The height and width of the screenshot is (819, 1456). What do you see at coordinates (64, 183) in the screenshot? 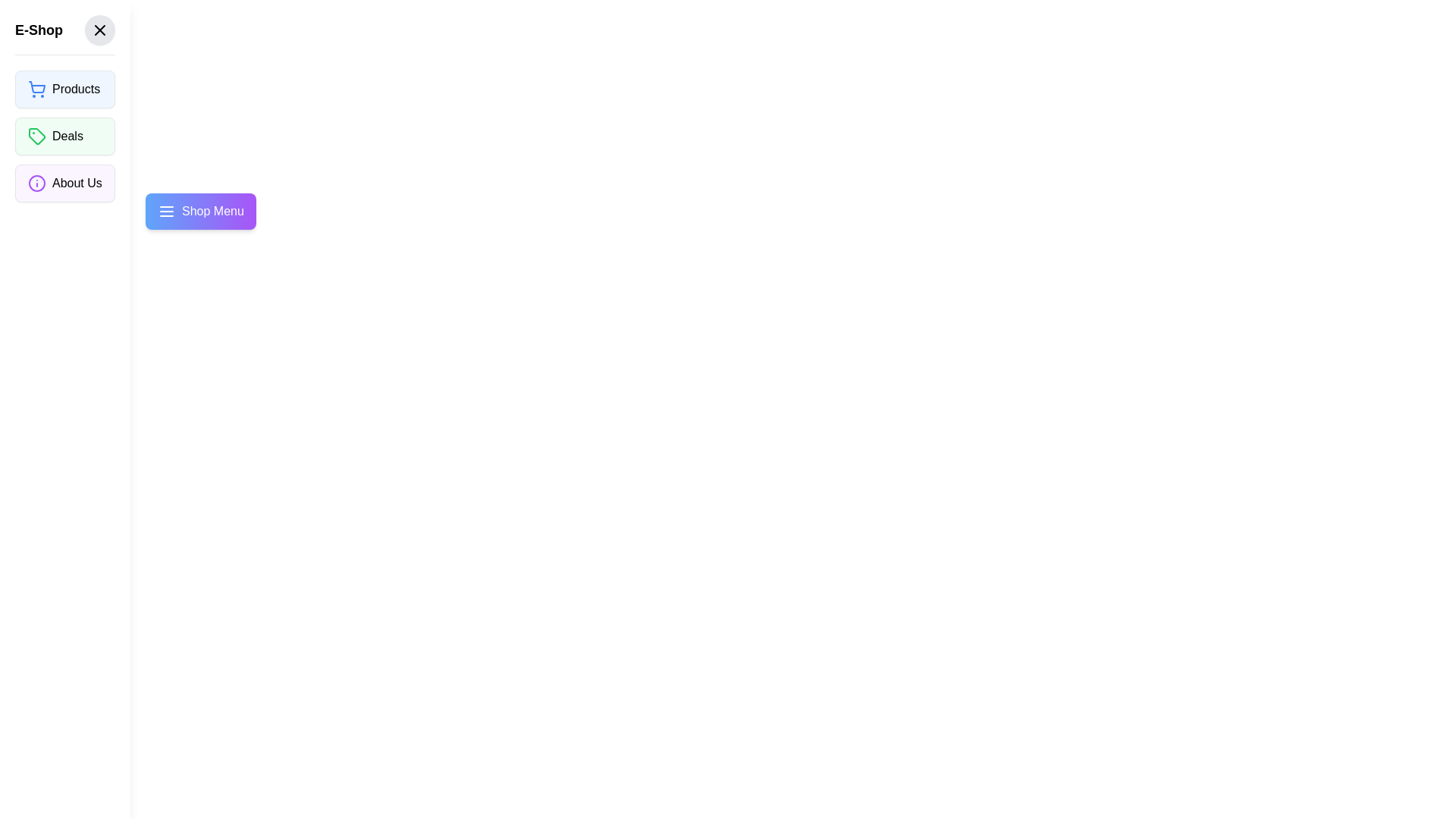
I see `the 'About Us' button in the drawer` at bounding box center [64, 183].